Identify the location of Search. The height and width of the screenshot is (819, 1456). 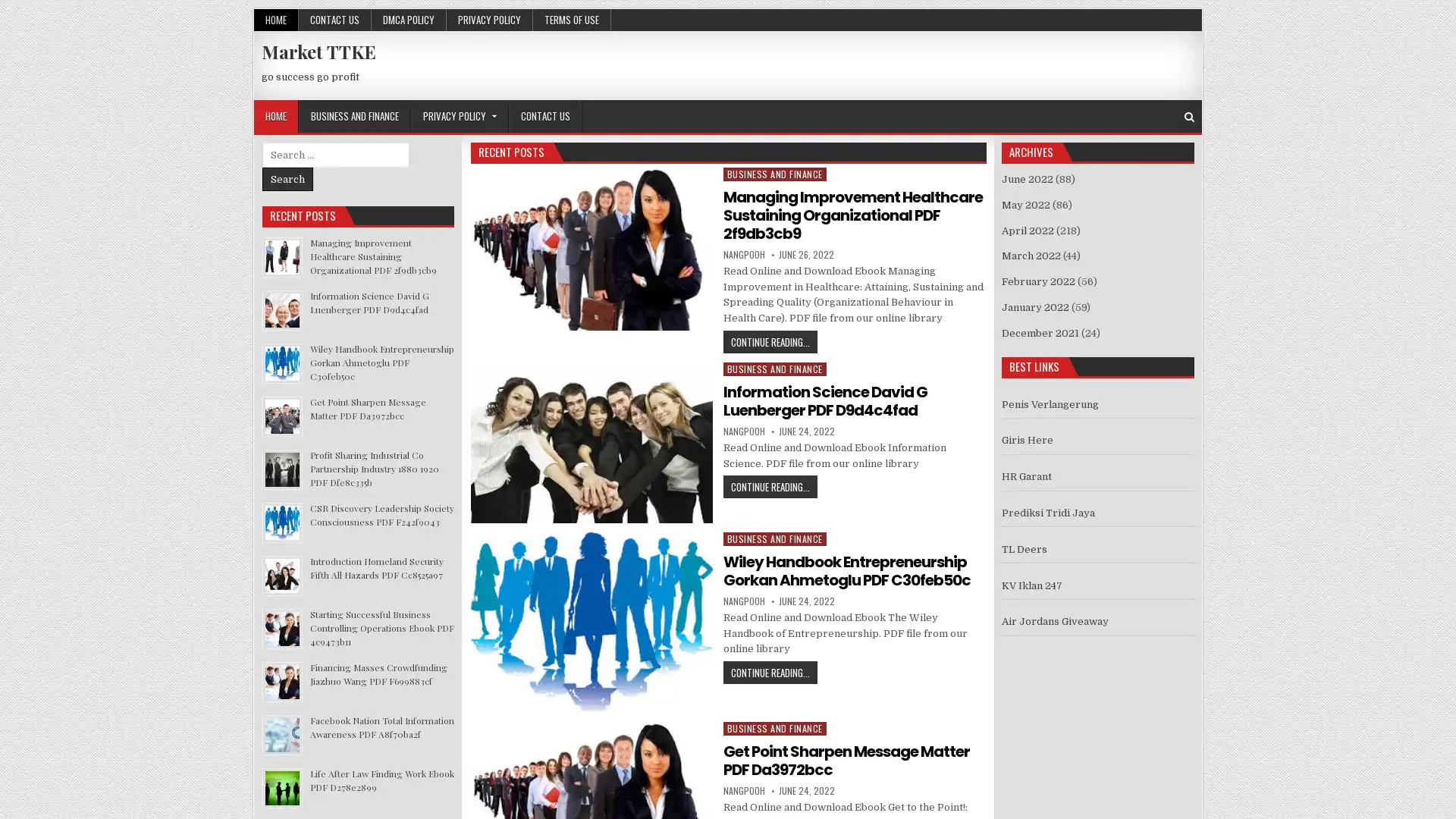
(287, 178).